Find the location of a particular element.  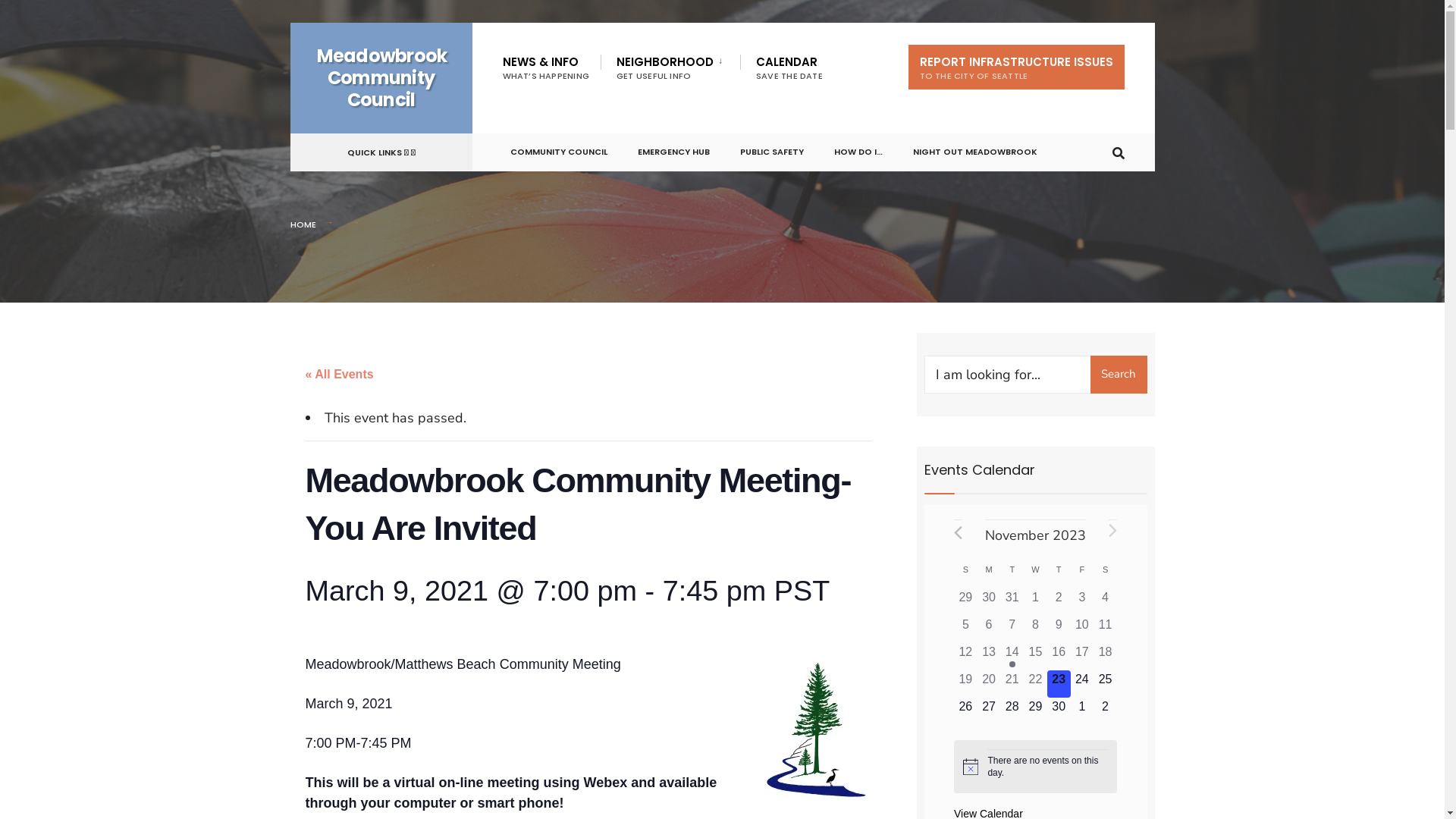

'0 events, is located at coordinates (965, 601).